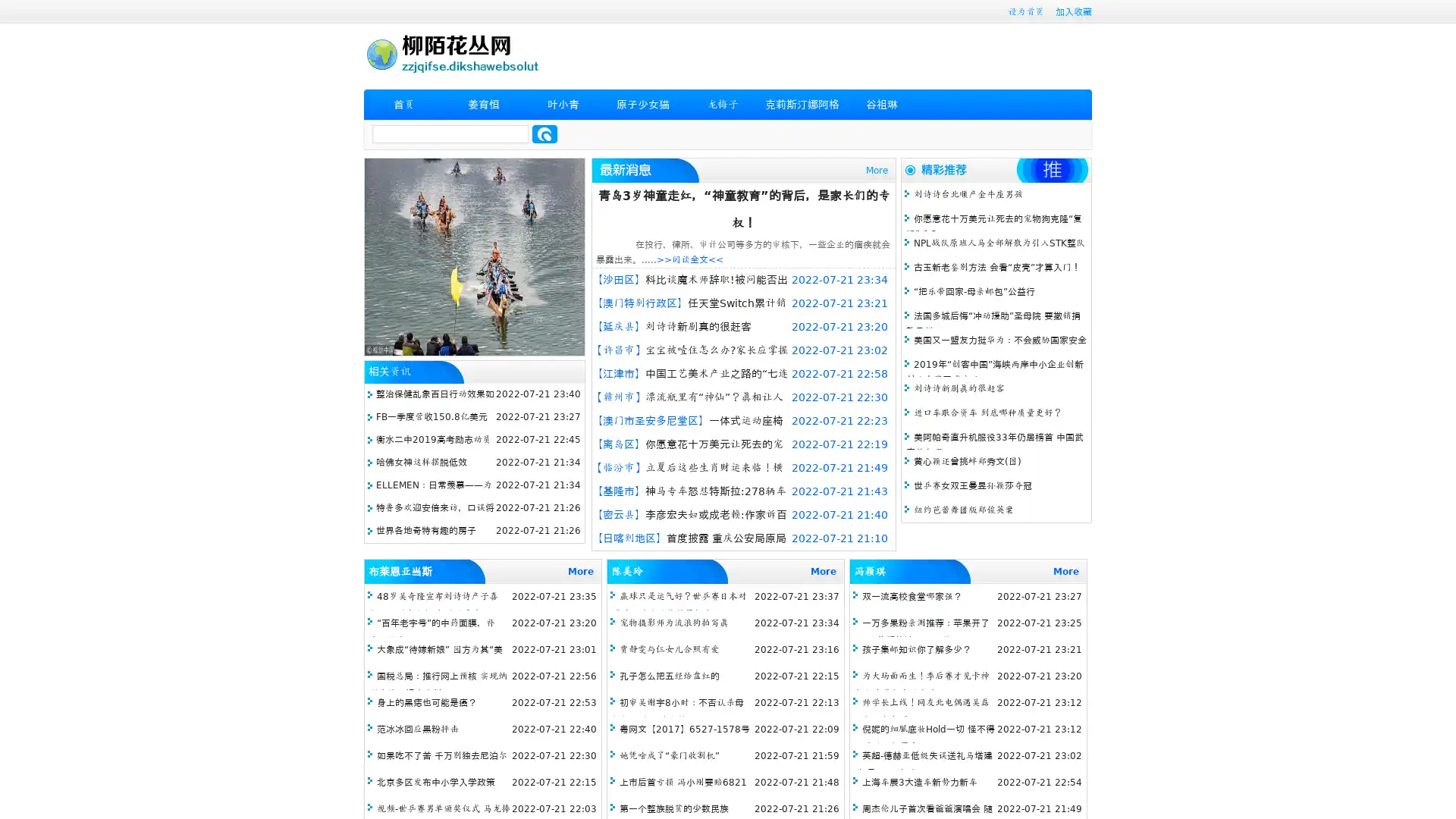 This screenshot has height=819, width=1456. What do you see at coordinates (544, 133) in the screenshot?
I see `Search` at bounding box center [544, 133].